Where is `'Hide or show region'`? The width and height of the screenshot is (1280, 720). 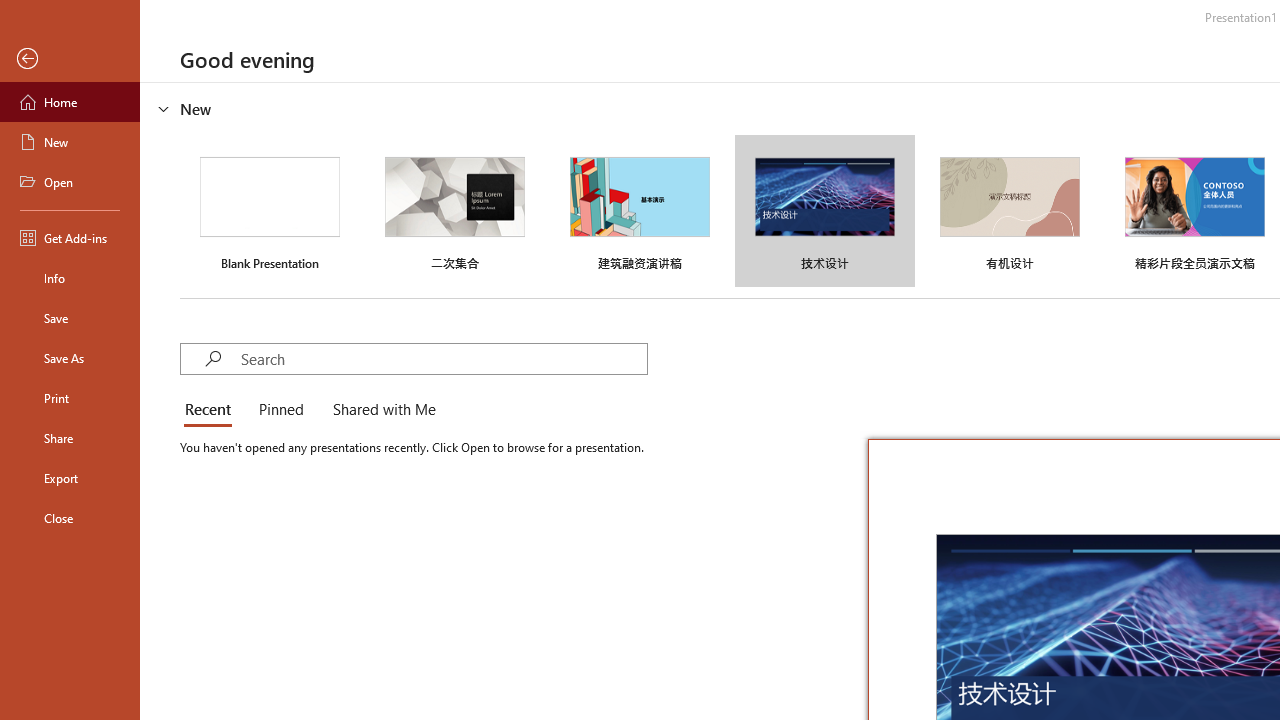 'Hide or show region' is located at coordinates (164, 109).